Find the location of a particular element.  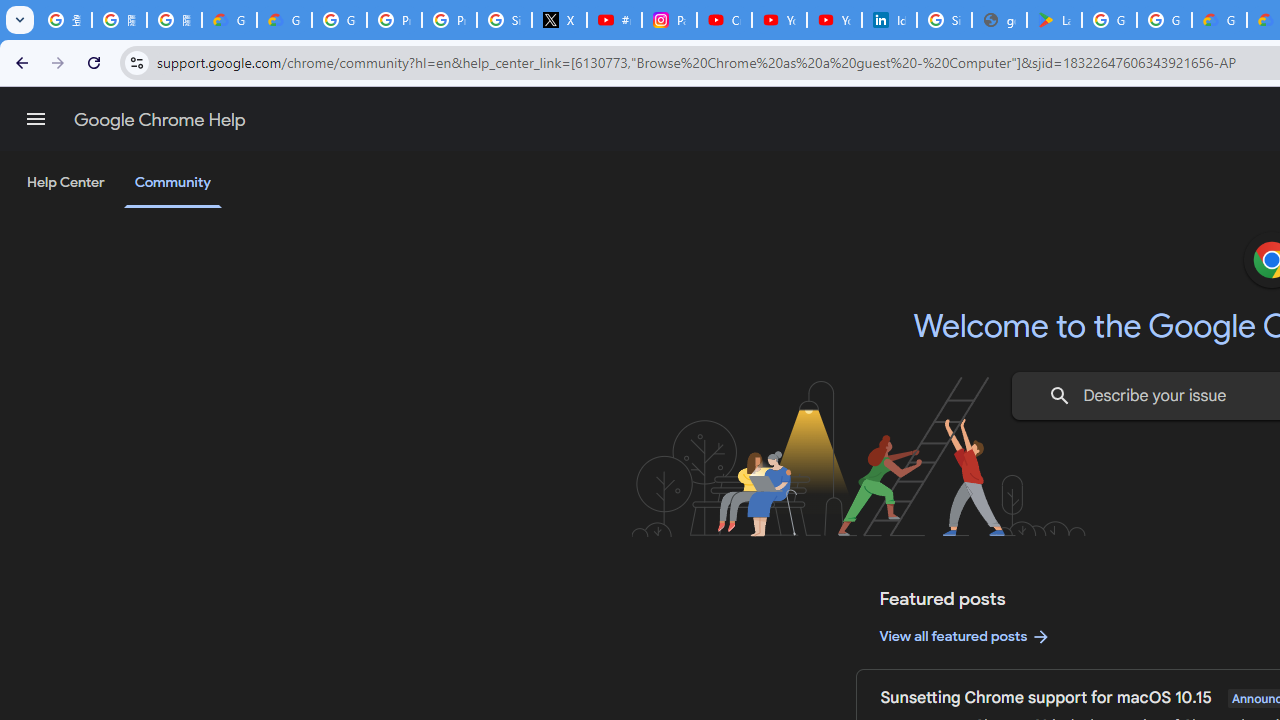

'Google Chrome Help' is located at coordinates (160, 119).